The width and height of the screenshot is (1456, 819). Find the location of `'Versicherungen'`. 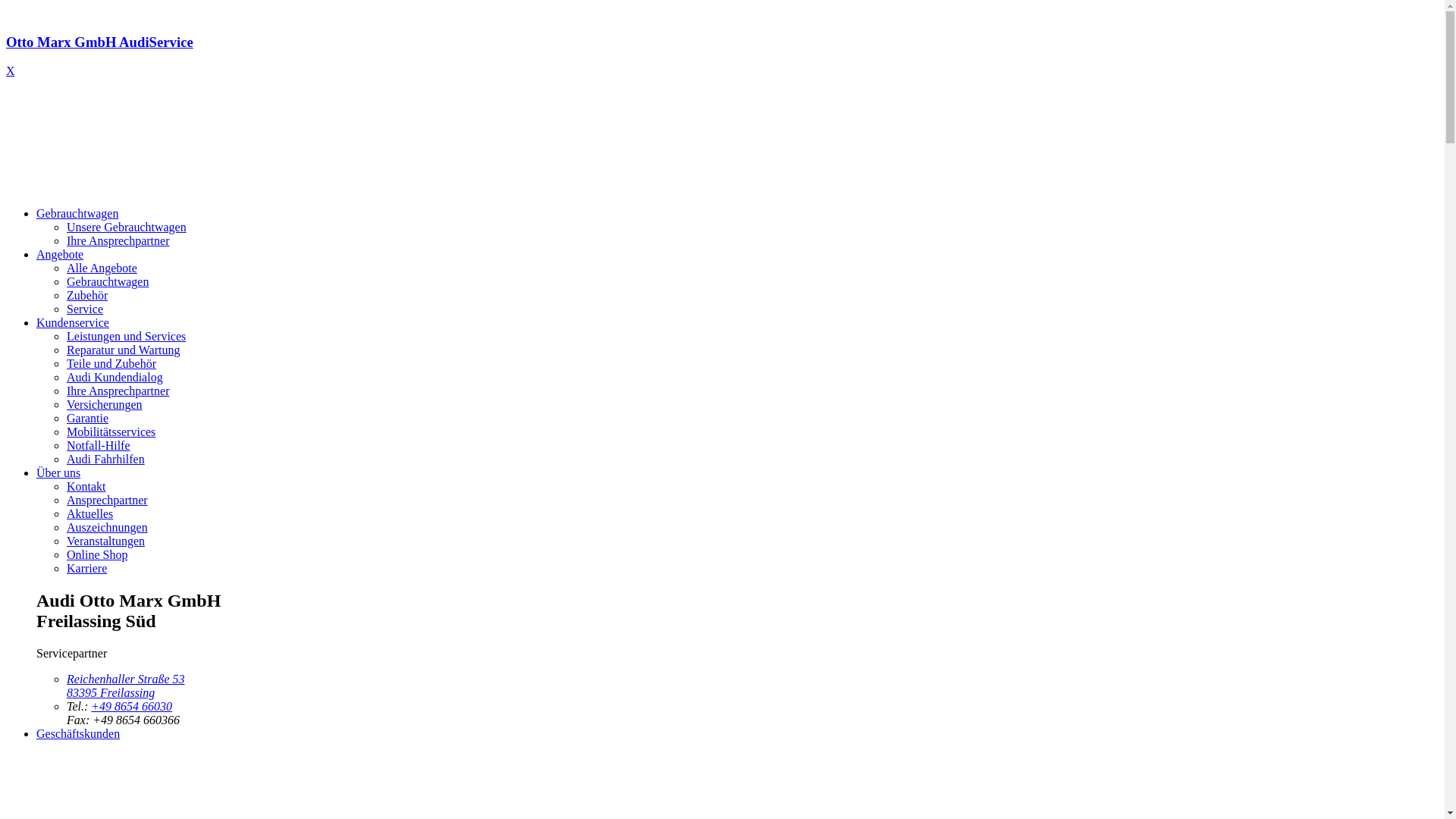

'Versicherungen' is located at coordinates (65, 403).